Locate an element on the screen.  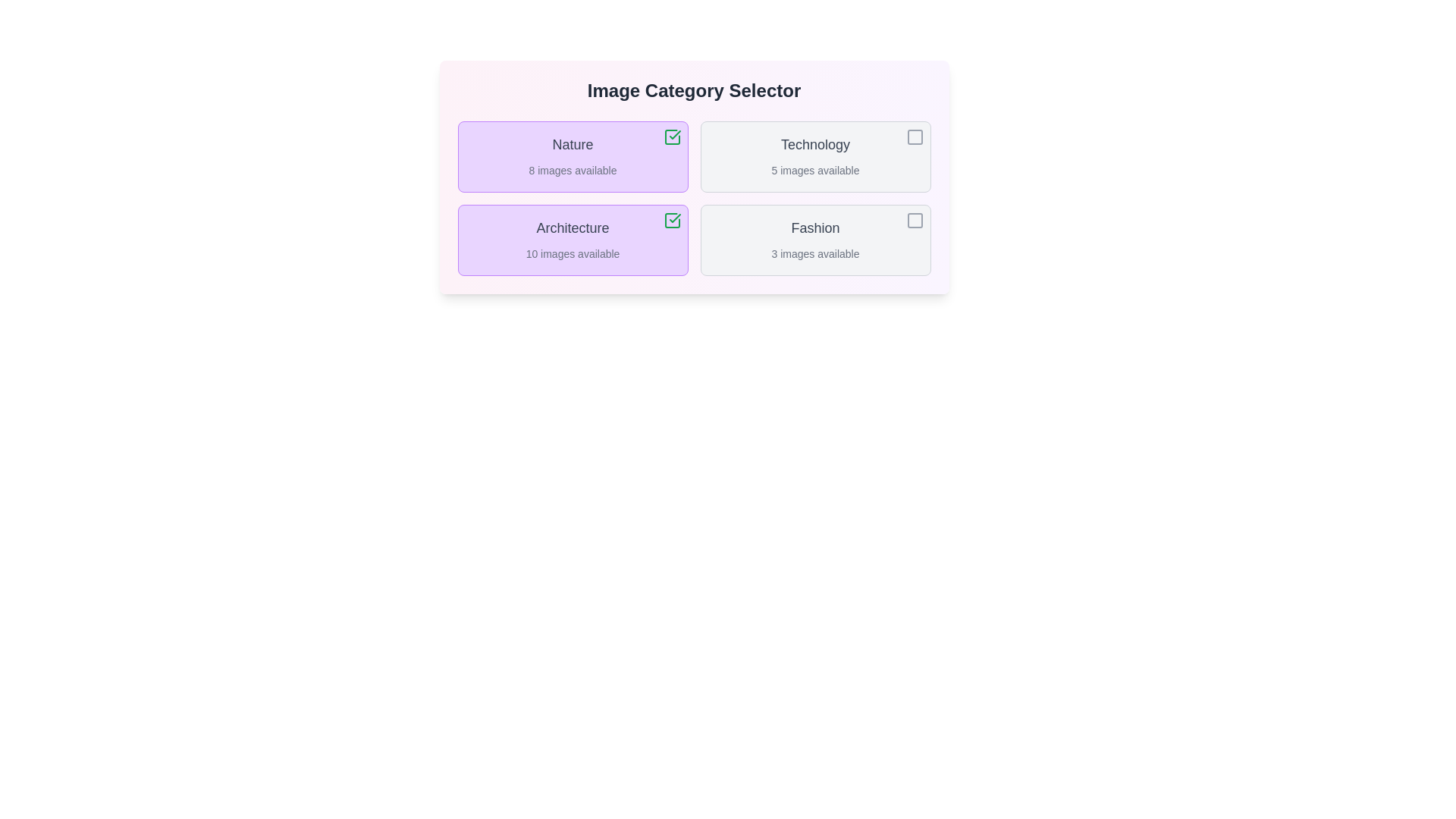
the category Fashion by clicking on its corresponding box is located at coordinates (814, 239).